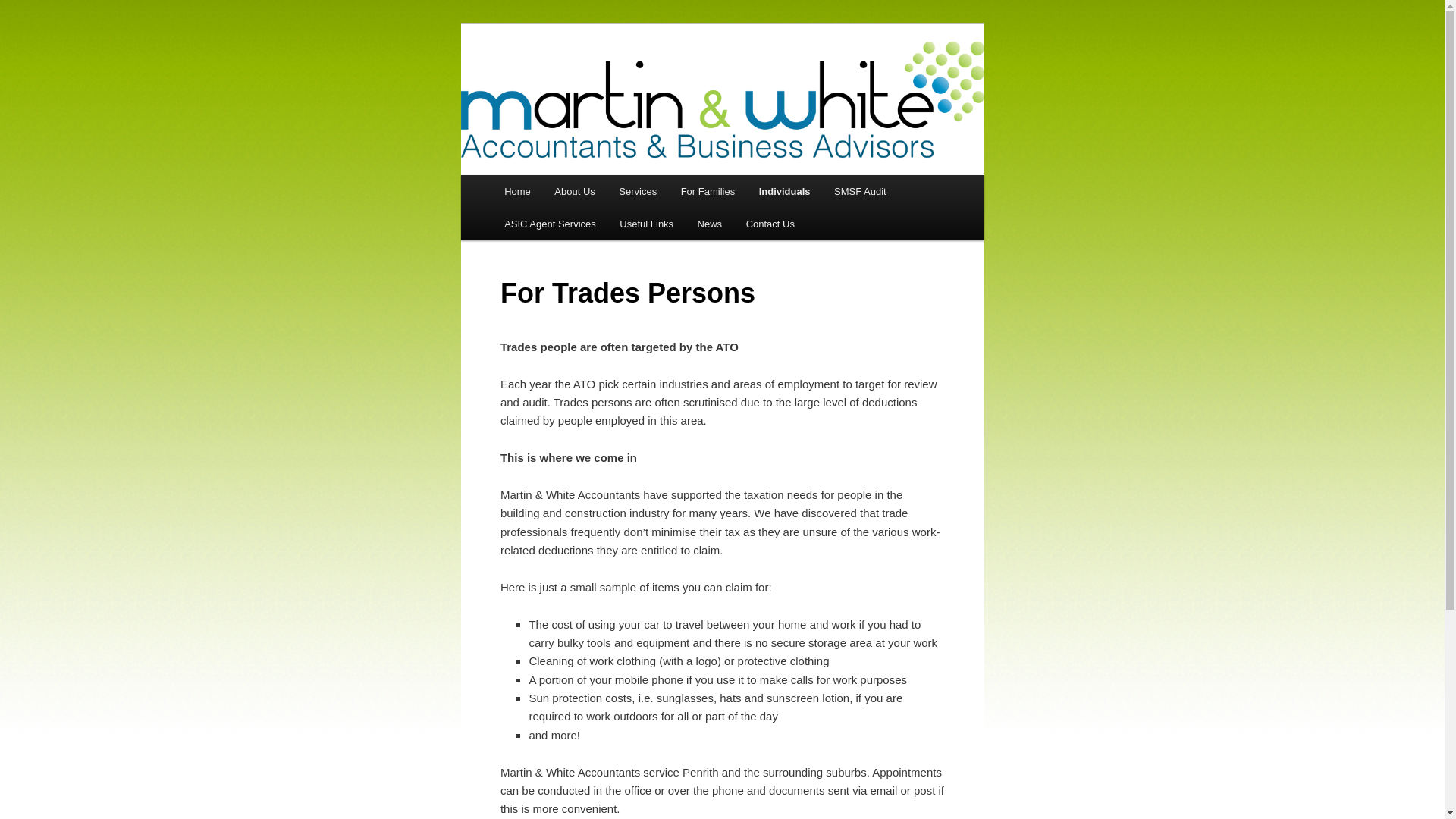 This screenshot has width=1456, height=819. Describe the element at coordinates (591, 79) in the screenshot. I see `'Martin and White'` at that location.